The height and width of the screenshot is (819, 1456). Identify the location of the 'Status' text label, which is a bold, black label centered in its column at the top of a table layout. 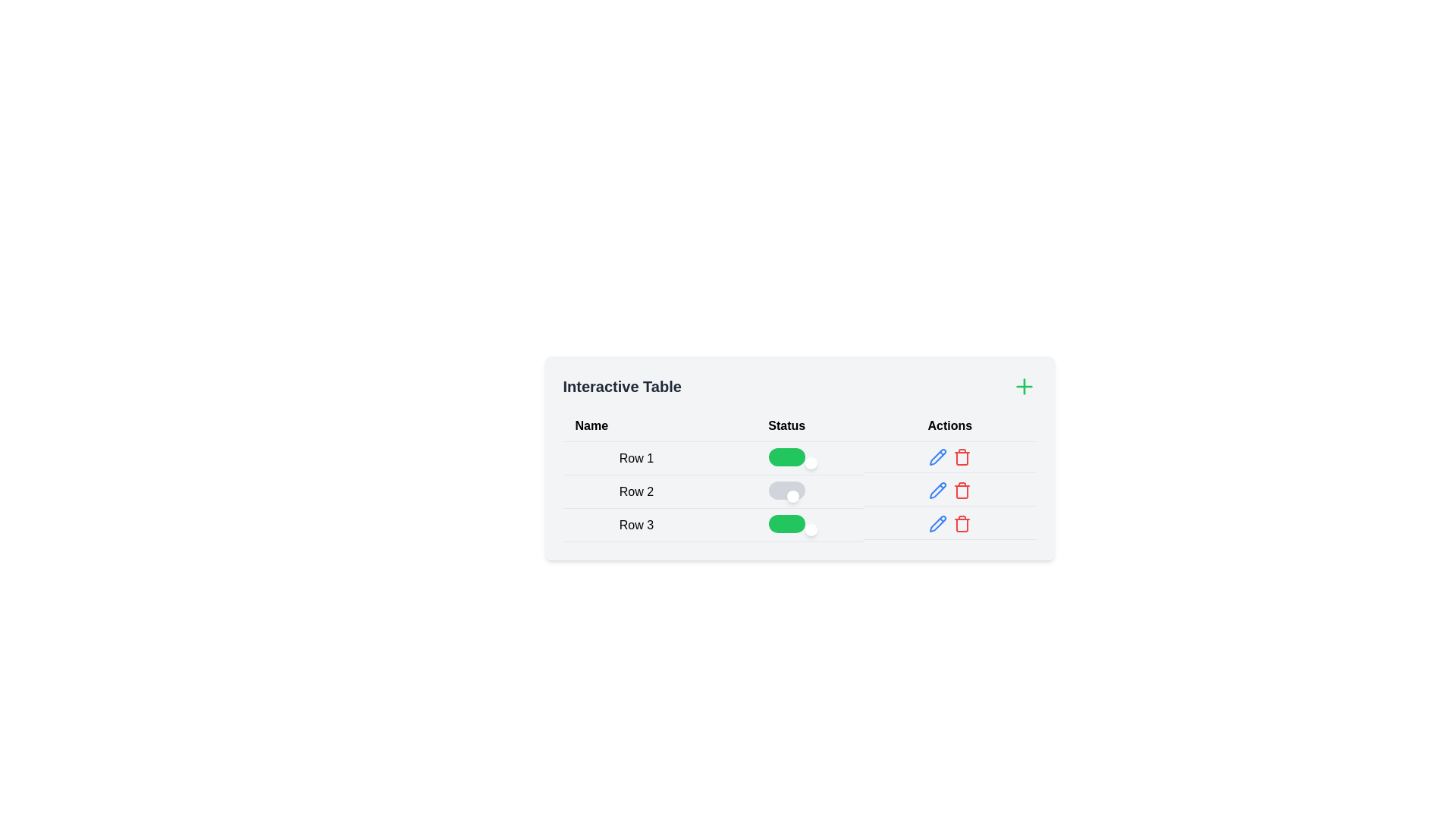
(786, 426).